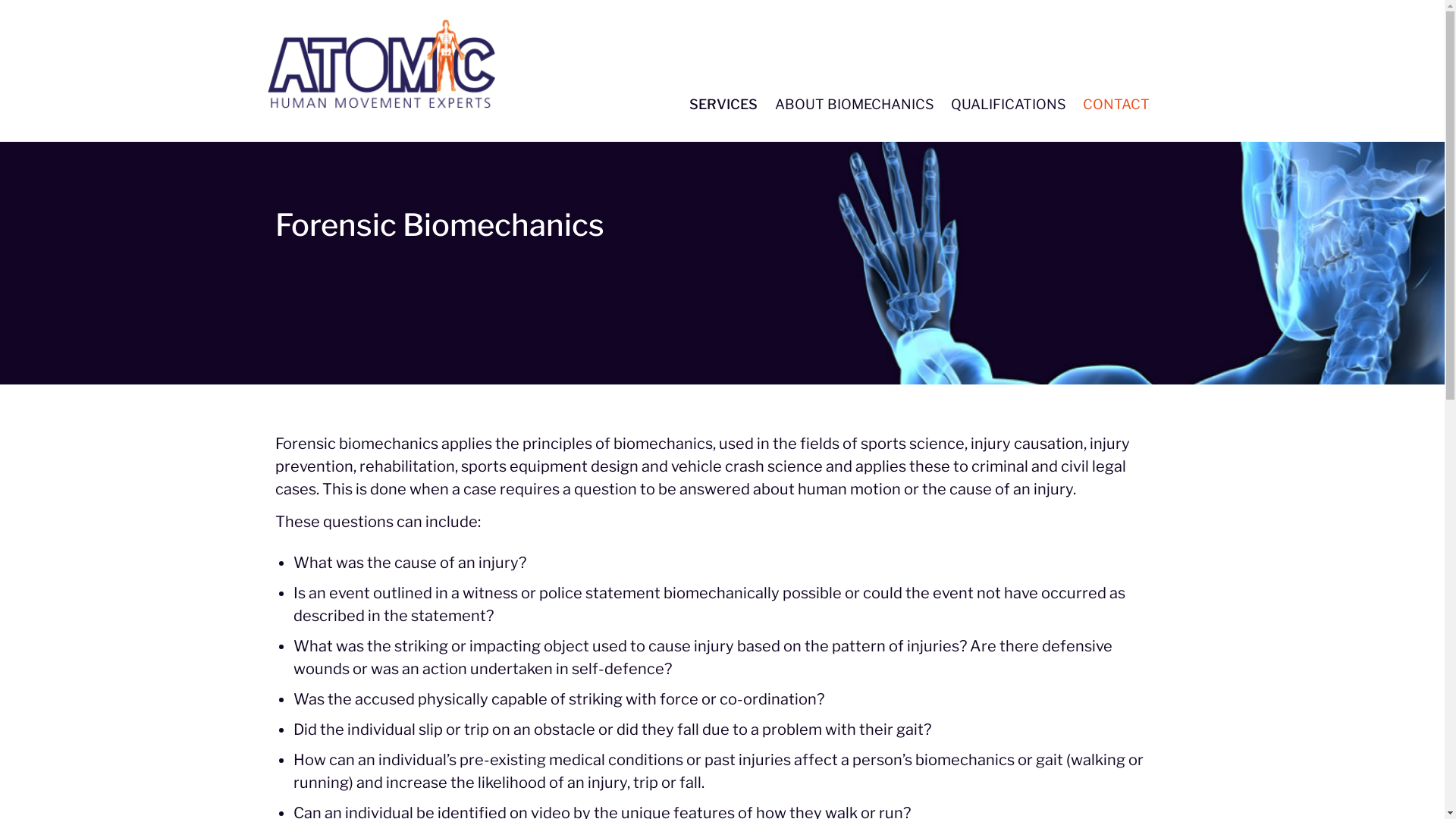 The height and width of the screenshot is (819, 1456). I want to click on 'CONTACT', so click(1116, 102).